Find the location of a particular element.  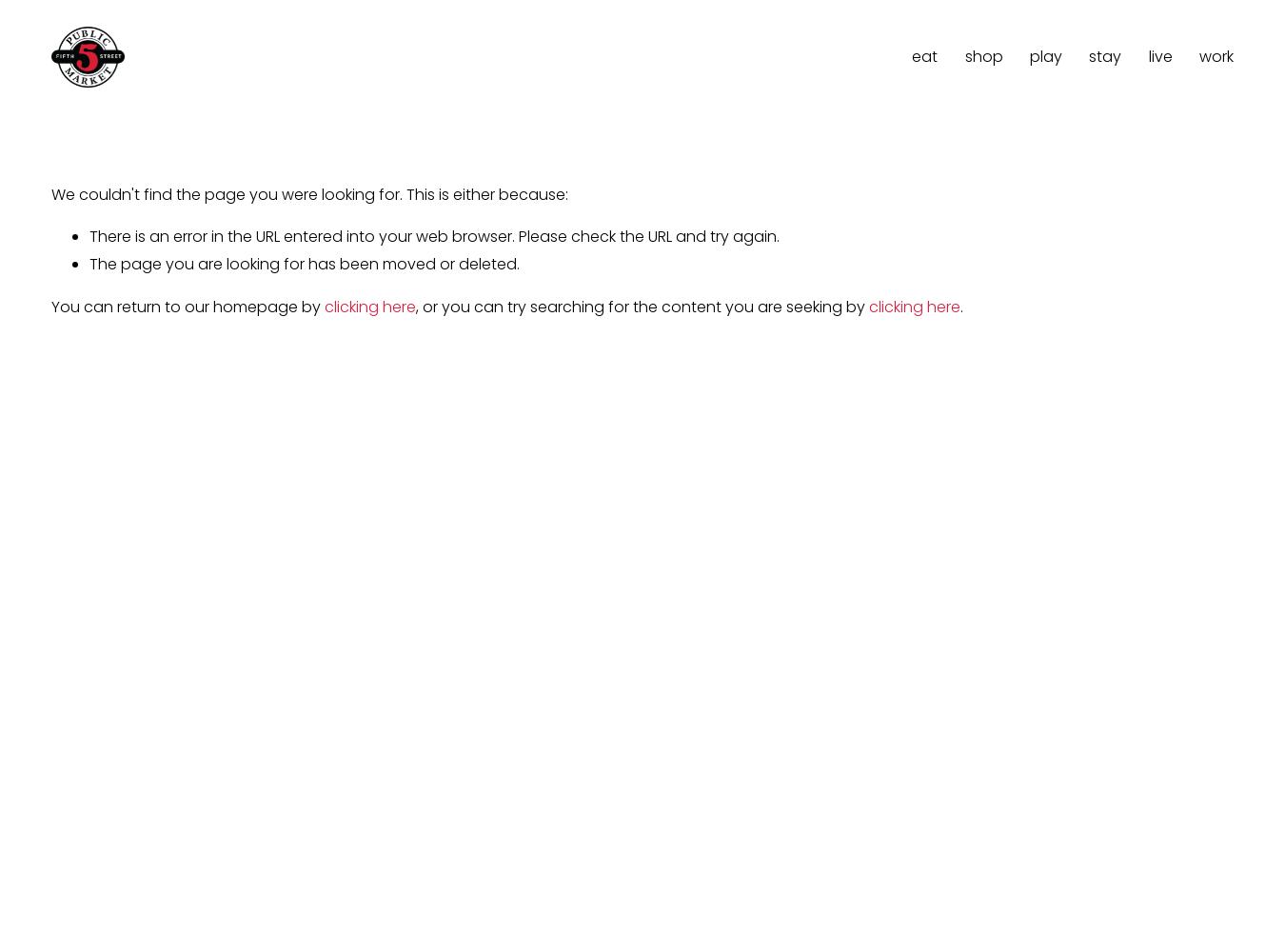

'play' is located at coordinates (1044, 55).